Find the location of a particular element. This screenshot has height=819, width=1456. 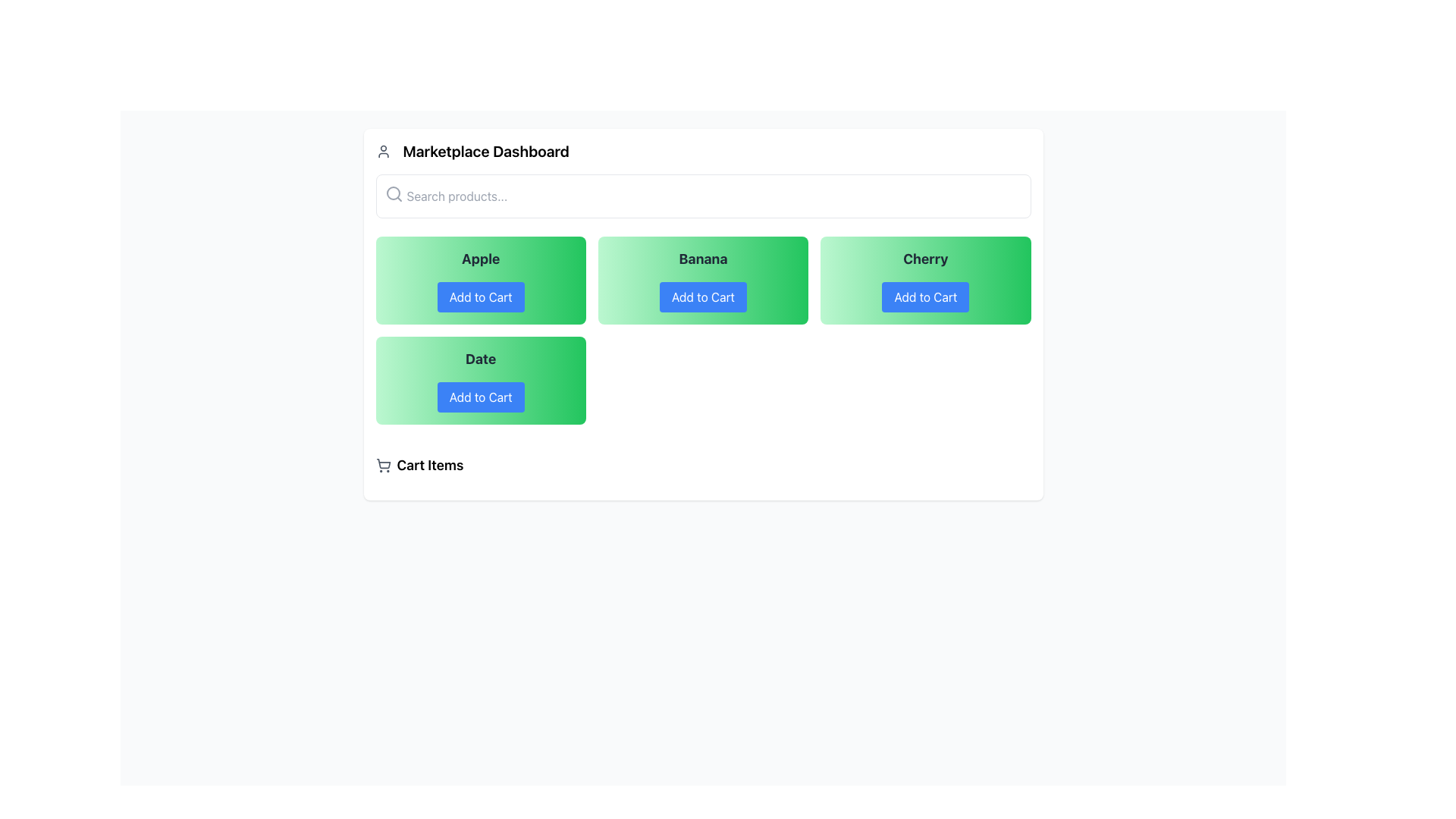

the user profile silhouette icon located in the header section, positioned immediately to the left of the 'Marketplace Dashboard' text is located at coordinates (383, 152).